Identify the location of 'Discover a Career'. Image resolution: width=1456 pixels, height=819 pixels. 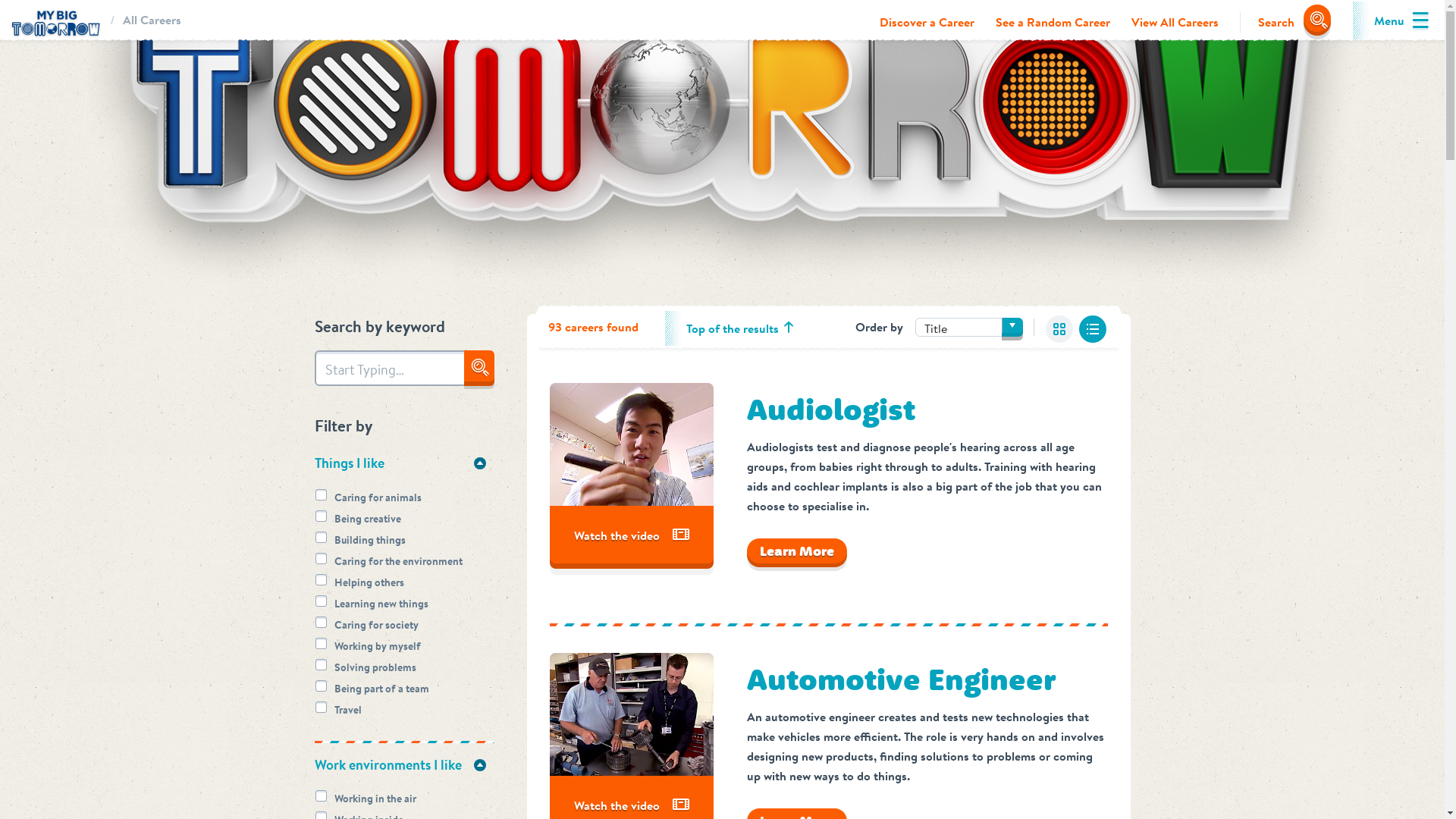
(926, 22).